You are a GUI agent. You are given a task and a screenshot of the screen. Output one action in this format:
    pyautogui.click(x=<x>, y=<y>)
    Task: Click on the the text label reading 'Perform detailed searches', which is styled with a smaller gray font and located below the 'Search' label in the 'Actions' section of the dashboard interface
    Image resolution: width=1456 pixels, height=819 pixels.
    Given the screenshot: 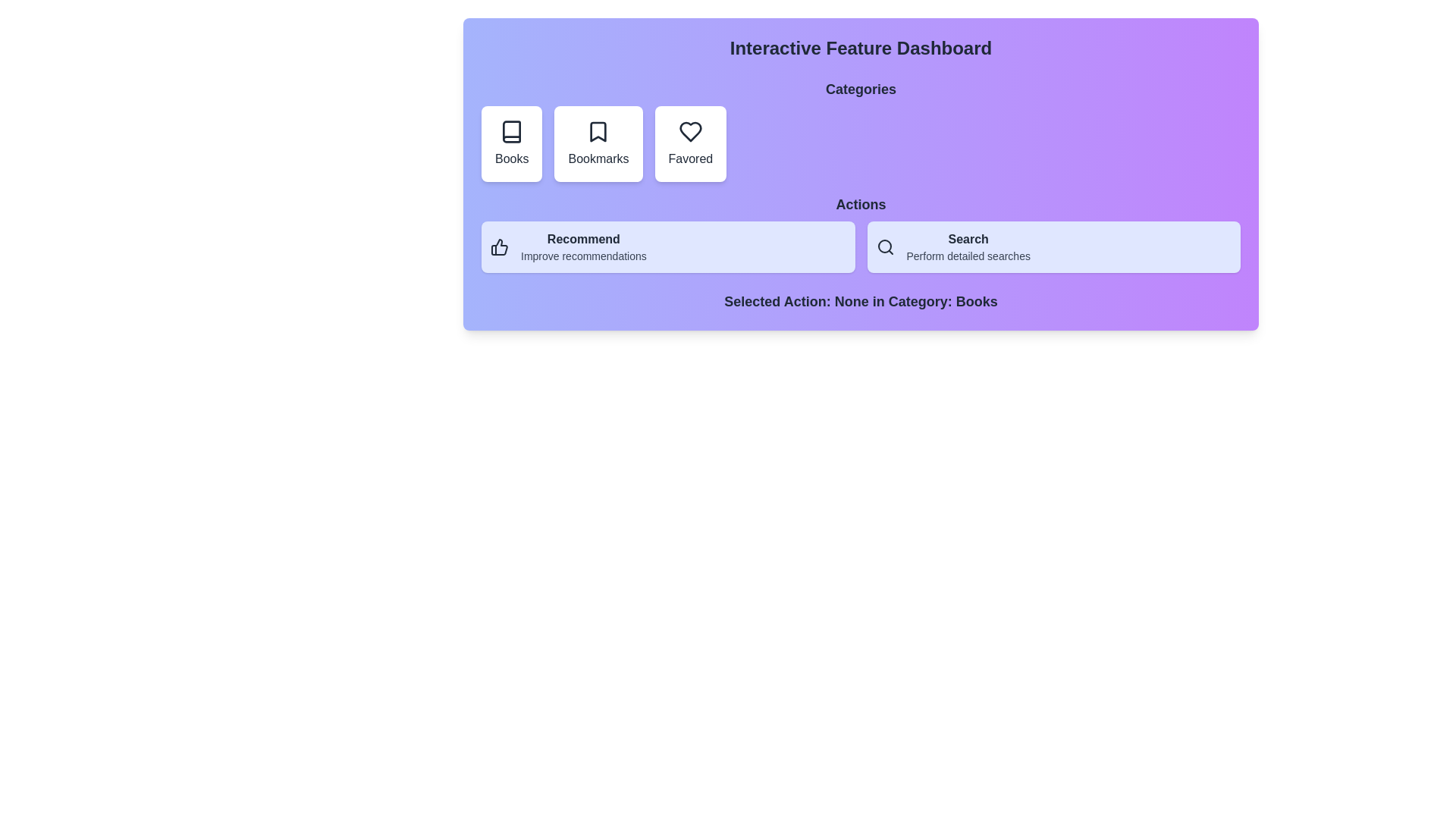 What is the action you would take?
    pyautogui.click(x=968, y=256)
    